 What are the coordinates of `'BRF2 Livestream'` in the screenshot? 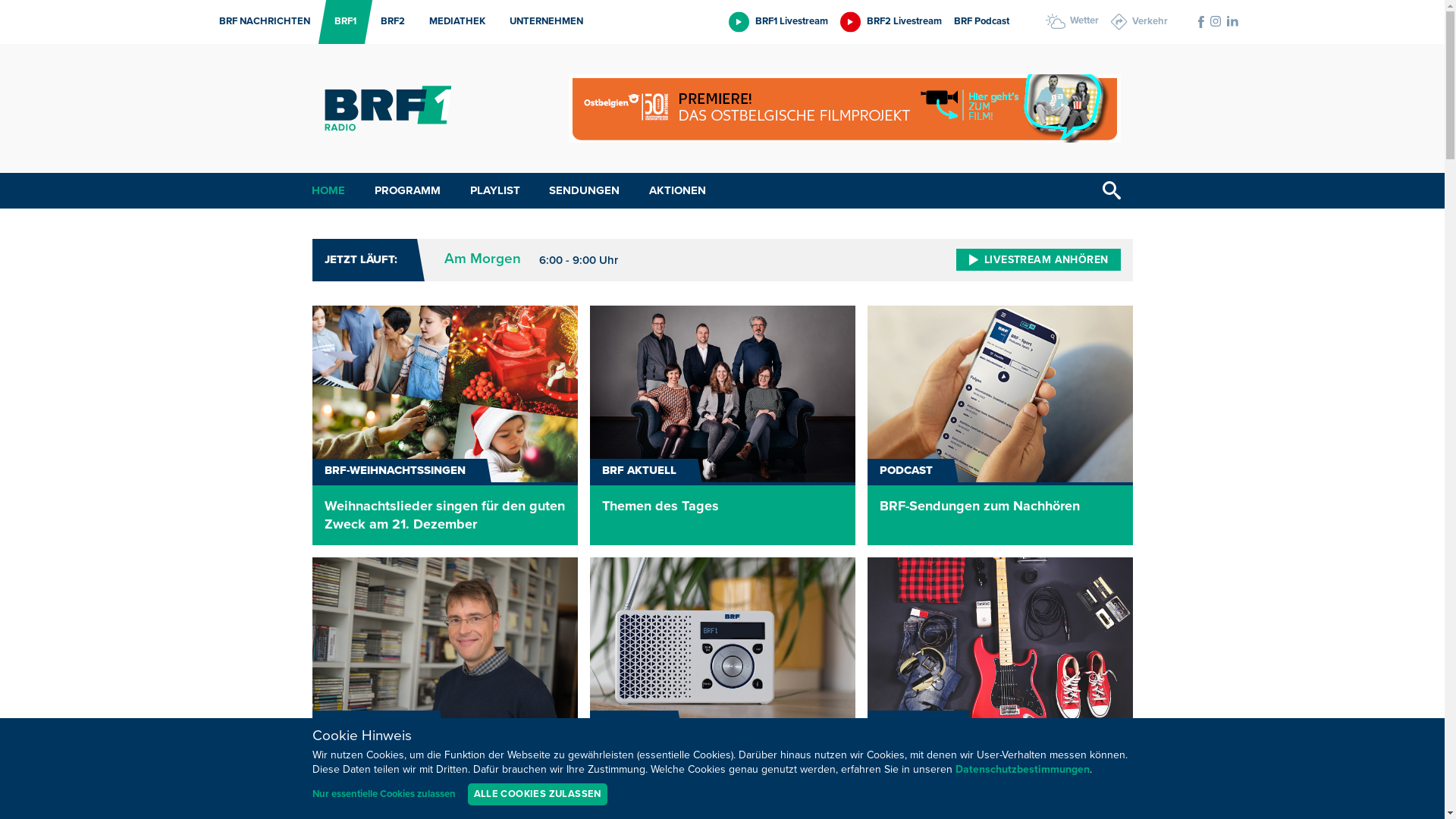 It's located at (891, 22).